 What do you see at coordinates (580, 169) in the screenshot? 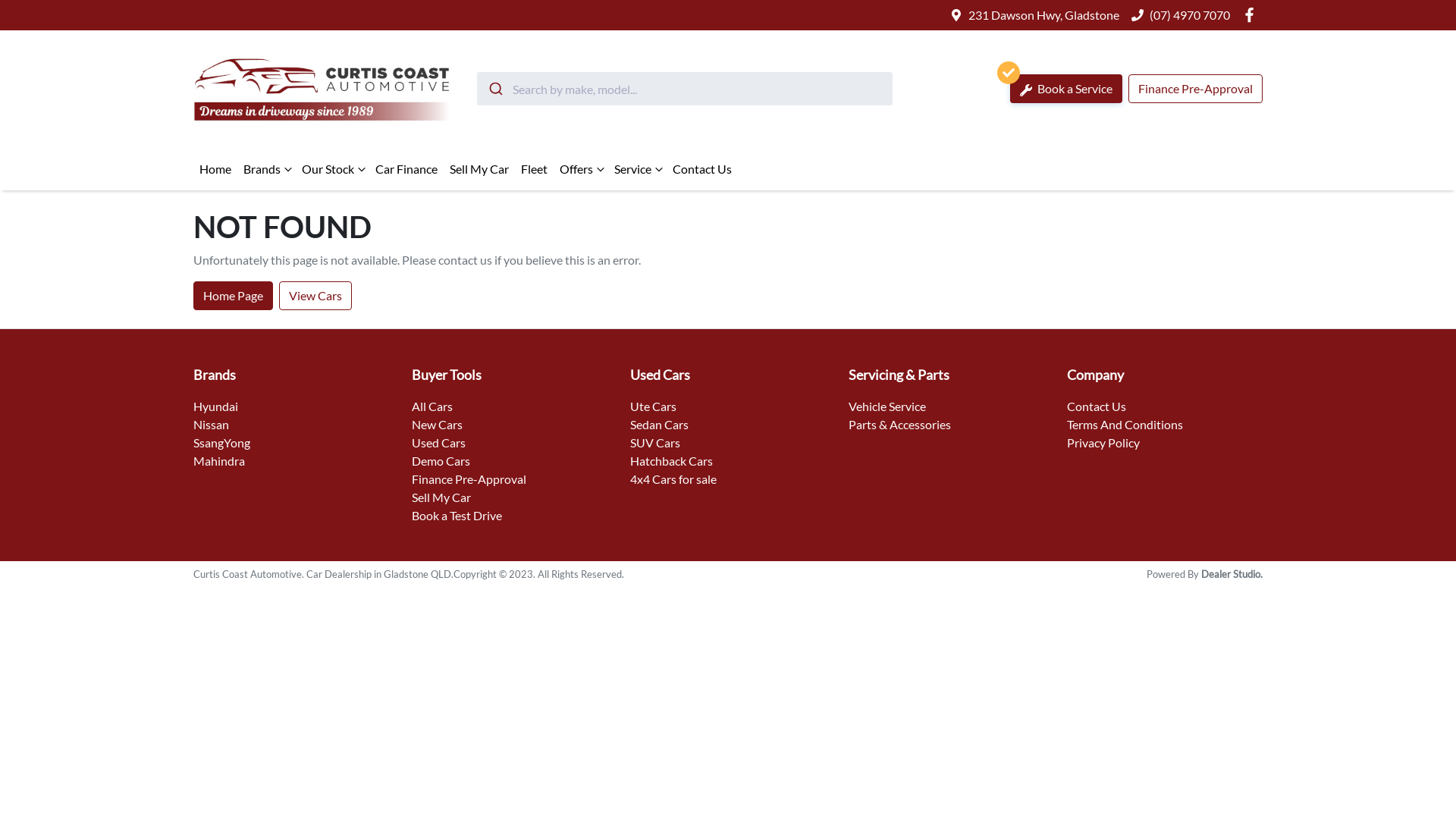
I see `'Offers'` at bounding box center [580, 169].